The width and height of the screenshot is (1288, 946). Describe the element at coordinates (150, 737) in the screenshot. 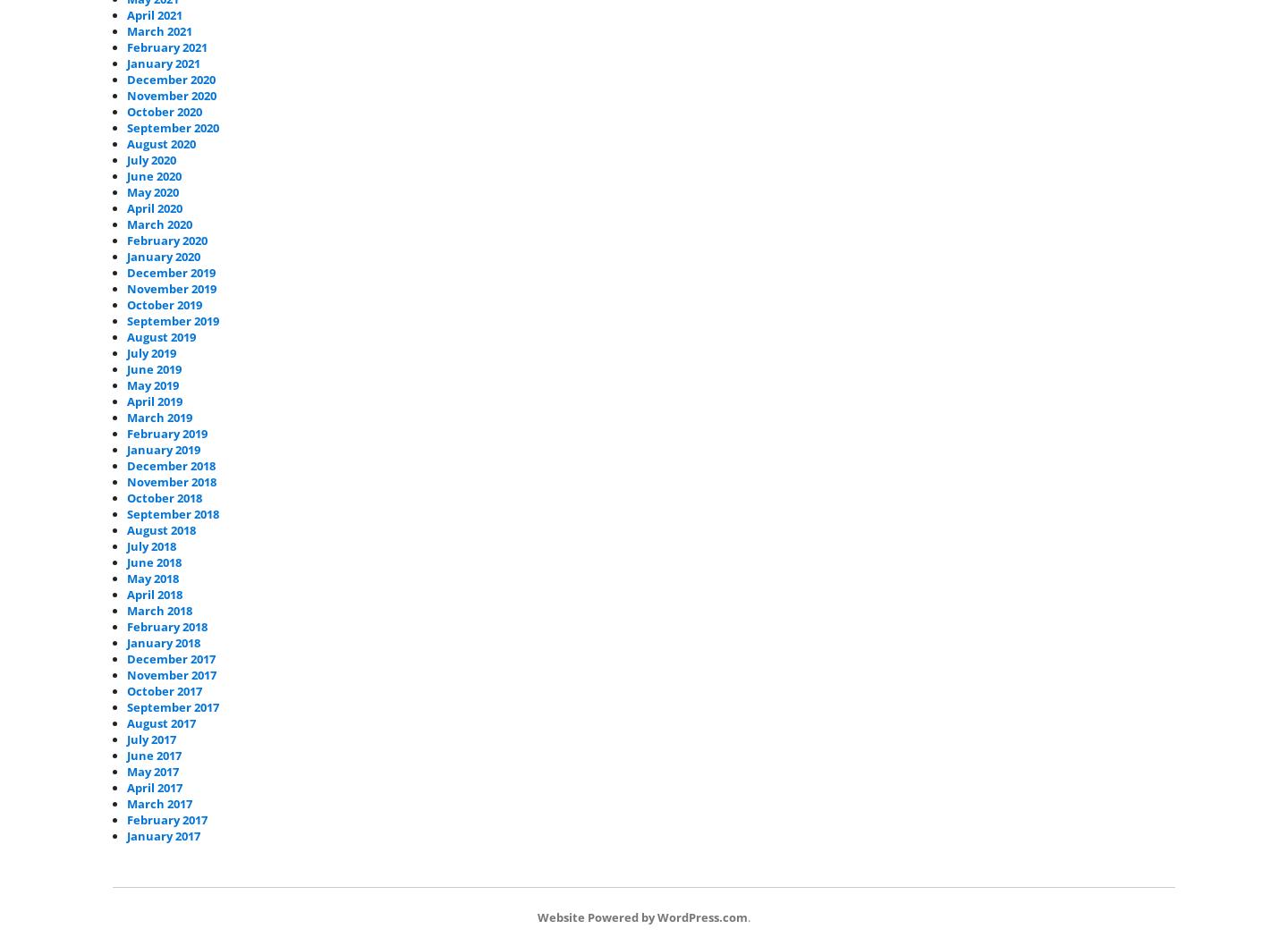

I see `'July 2017'` at that location.